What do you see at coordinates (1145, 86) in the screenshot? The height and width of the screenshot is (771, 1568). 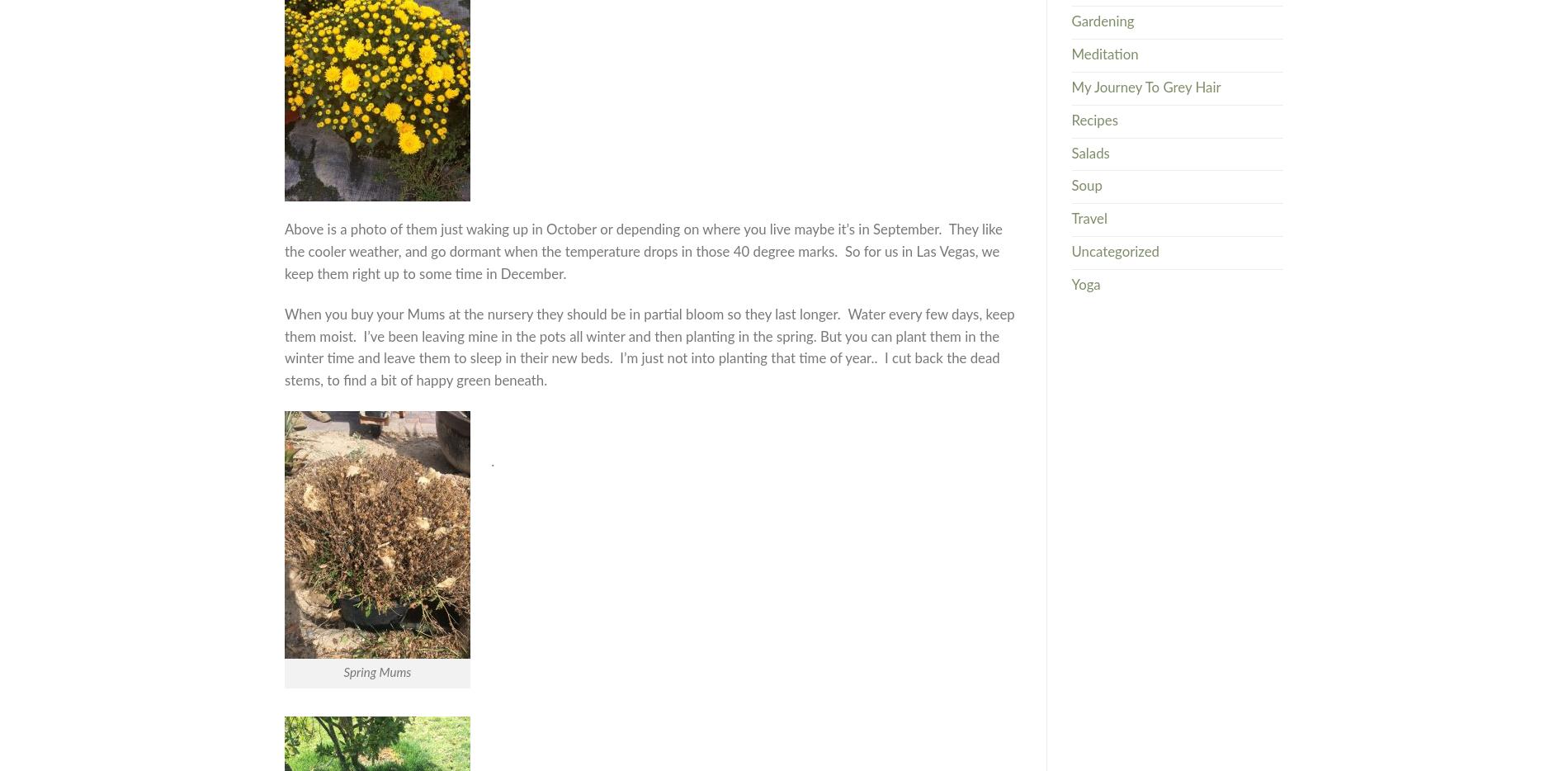 I see `'My Journey To Grey Hair'` at bounding box center [1145, 86].